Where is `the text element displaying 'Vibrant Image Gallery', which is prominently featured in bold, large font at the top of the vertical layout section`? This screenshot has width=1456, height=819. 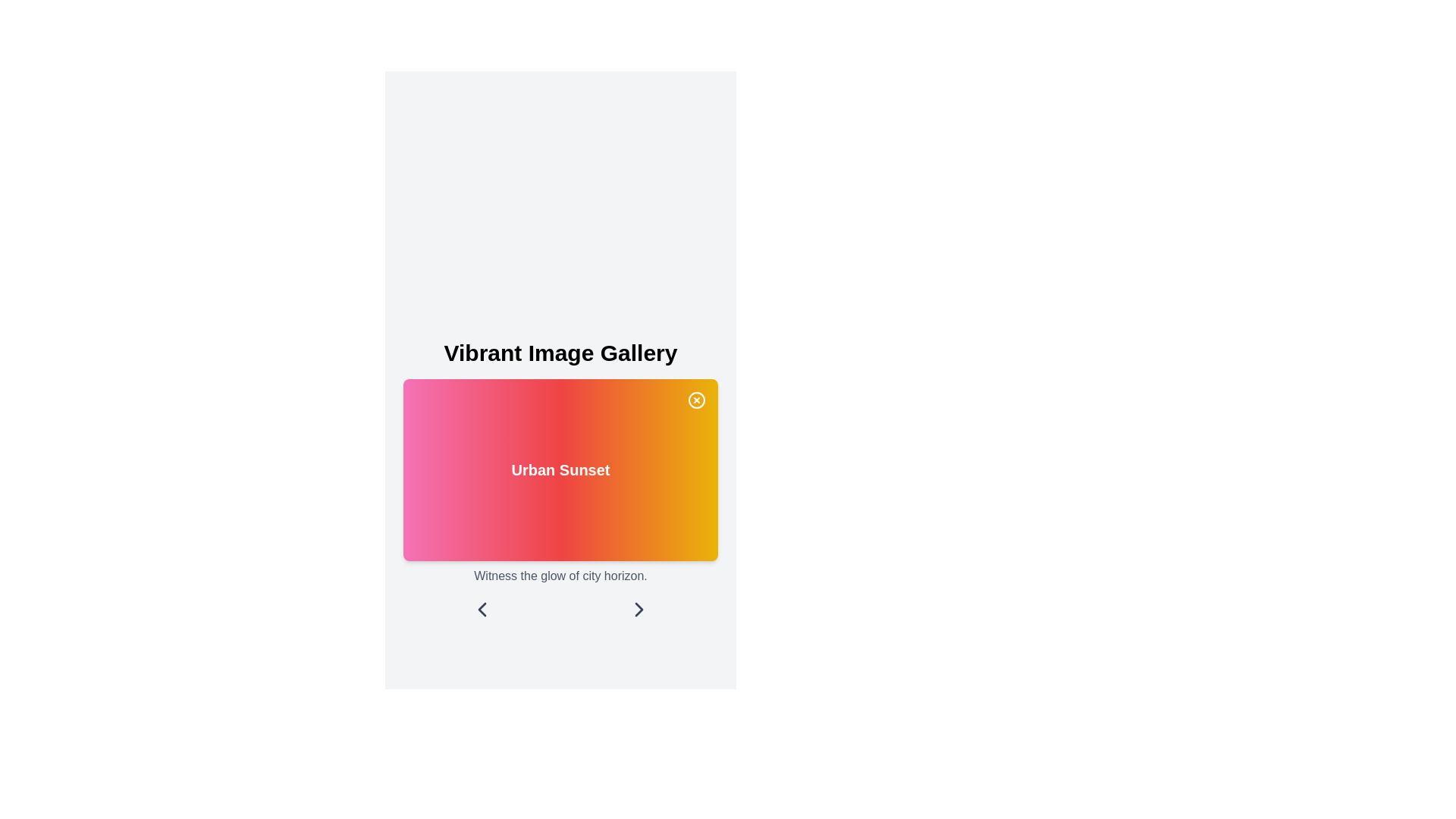
the text element displaying 'Vibrant Image Gallery', which is prominently featured in bold, large font at the top of the vertical layout section is located at coordinates (560, 353).